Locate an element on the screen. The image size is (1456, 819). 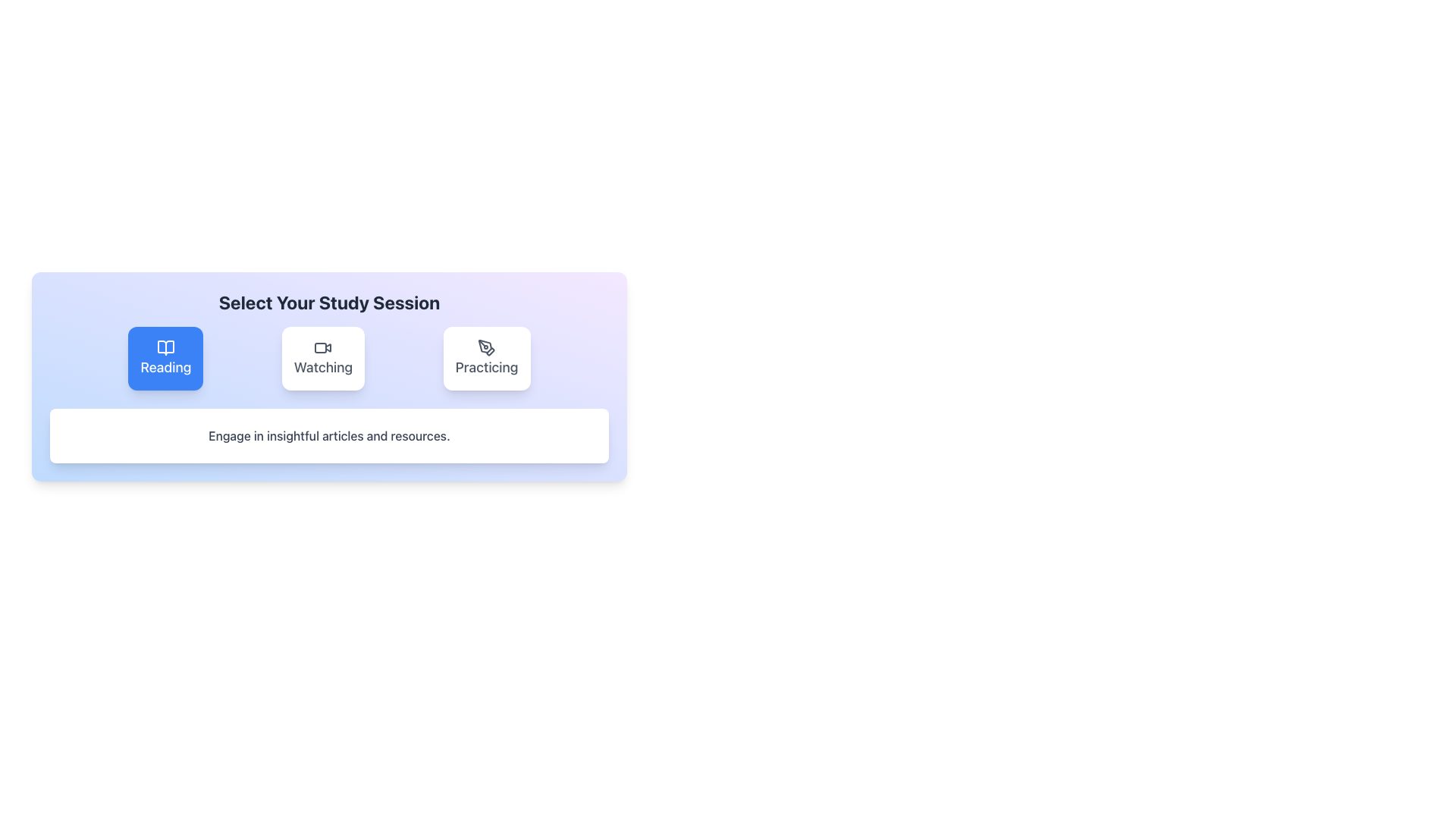
the 'Watching' icon located at the top center of the button labeled 'Watching', which indicates video-based content is located at coordinates (322, 348).